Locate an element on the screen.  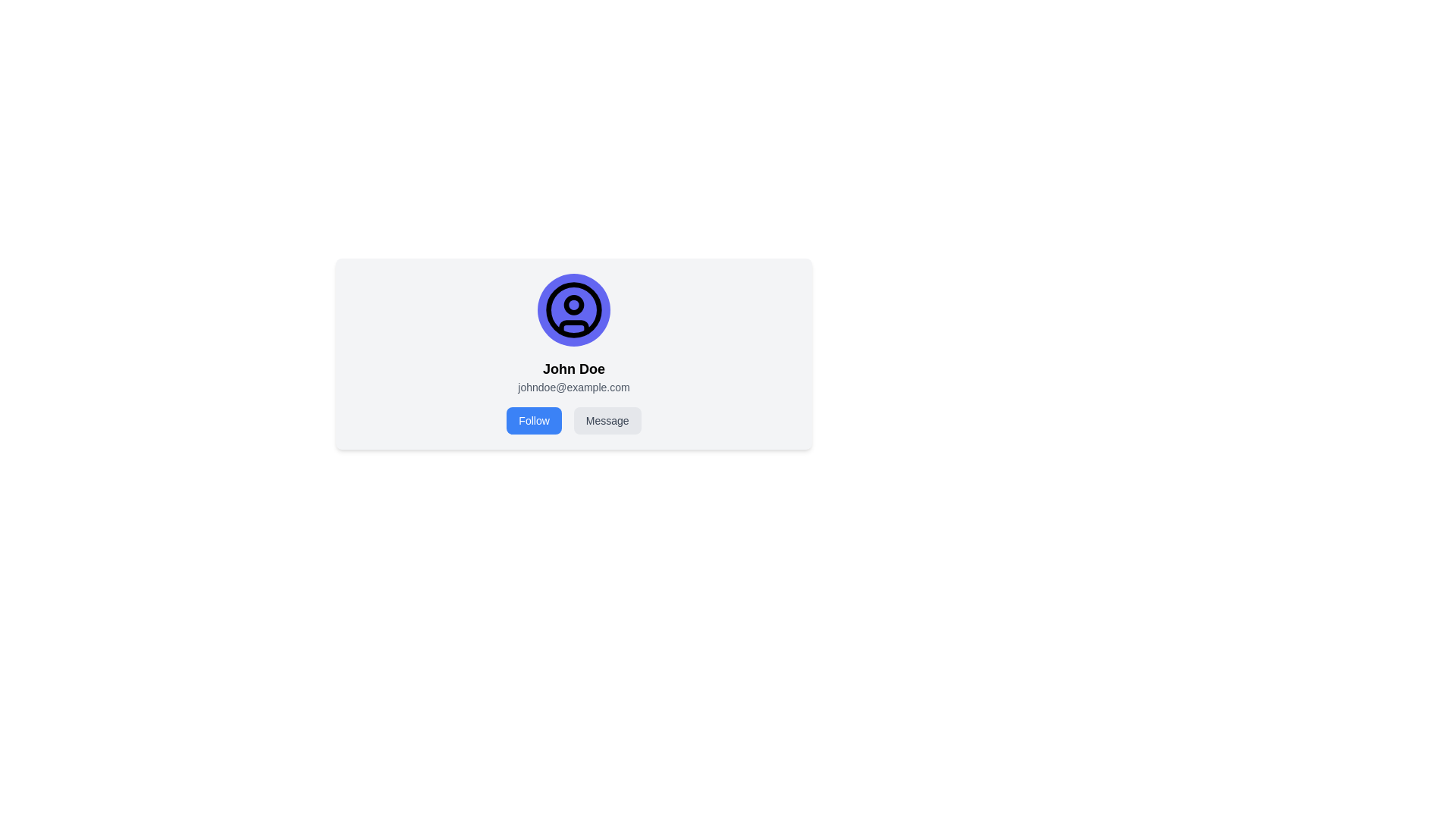
the circular user profile icon with a black stroke on a blue background, located at the top of the profile card above 'John Doe' and the email address is located at coordinates (573, 309).